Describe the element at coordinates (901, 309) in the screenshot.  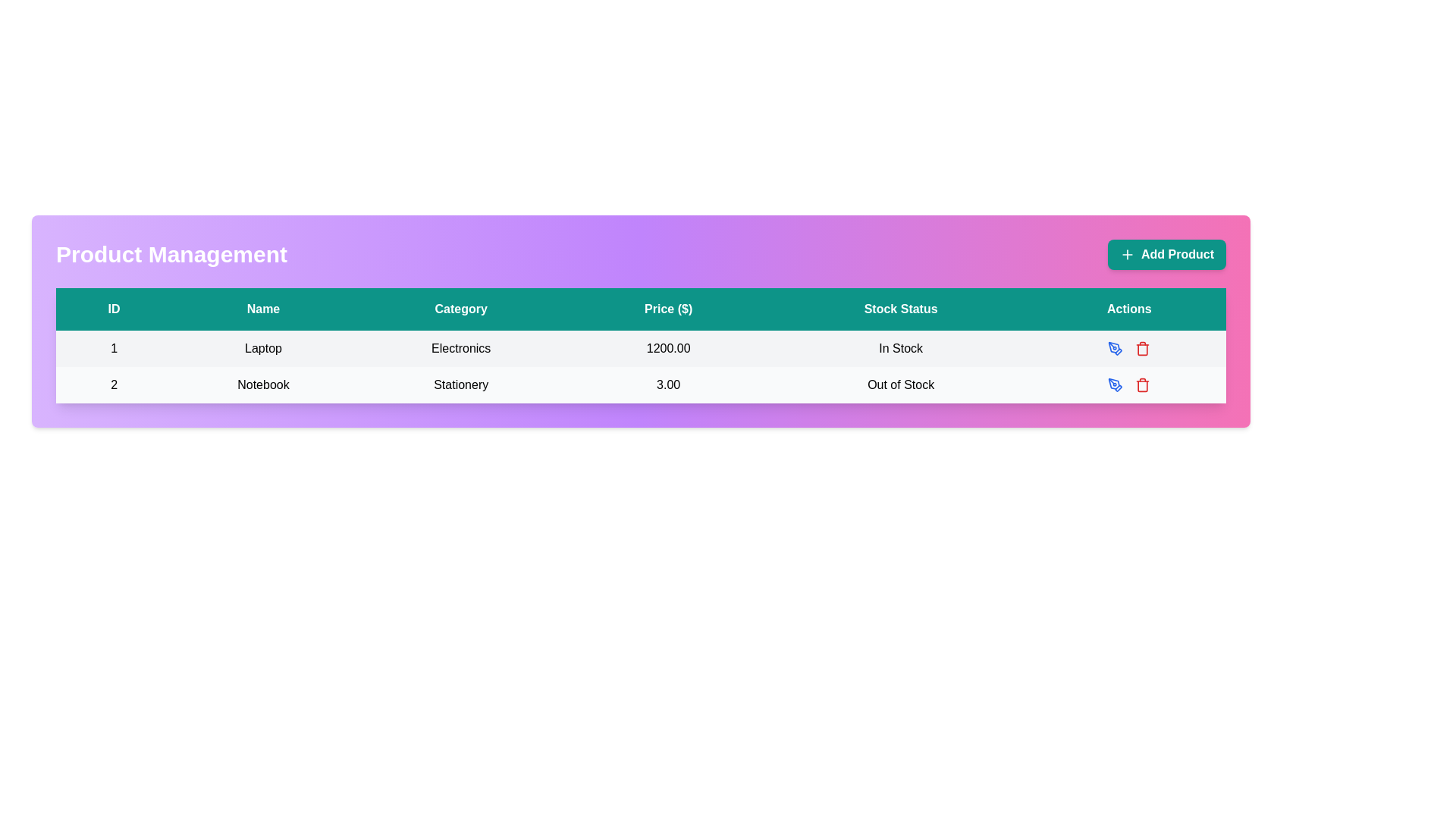
I see `the fifth column header of the table that categorizes stock statuses, positioned between 'Price ($)' and 'Actions'` at that location.